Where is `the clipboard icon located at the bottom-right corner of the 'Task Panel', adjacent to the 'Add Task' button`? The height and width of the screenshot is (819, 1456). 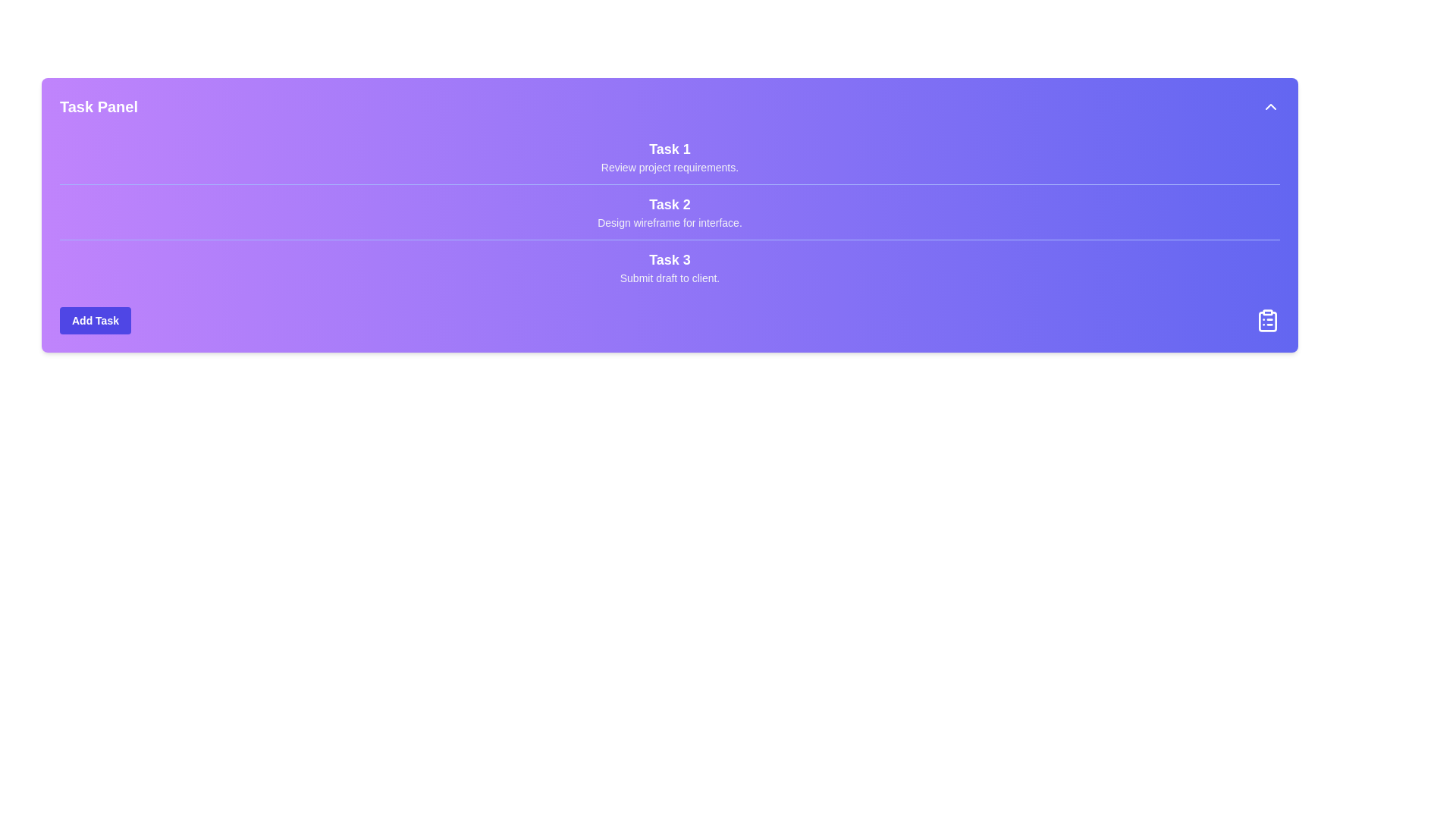 the clipboard icon located at the bottom-right corner of the 'Task Panel', adjacent to the 'Add Task' button is located at coordinates (1267, 321).